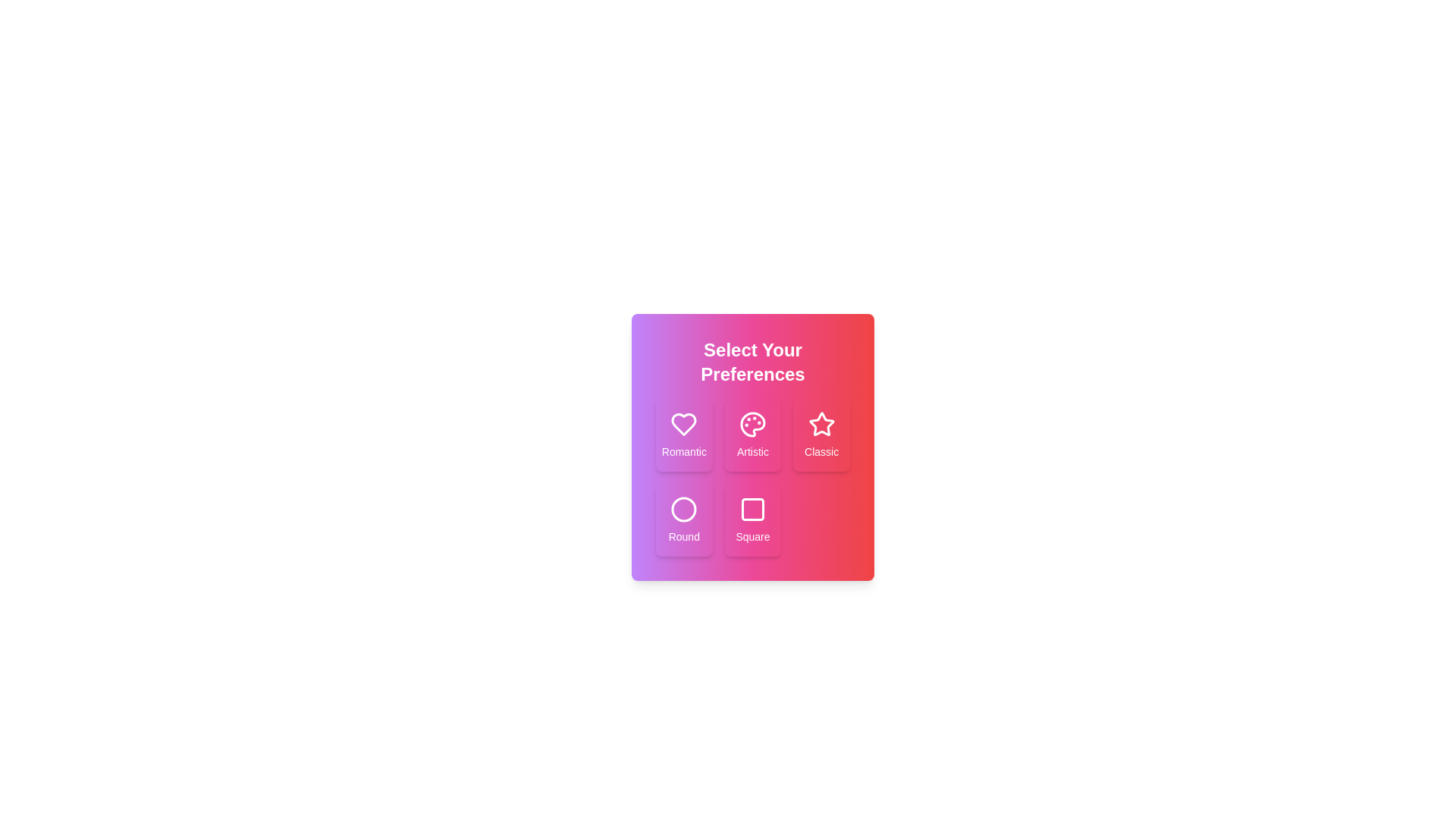 The height and width of the screenshot is (819, 1456). What do you see at coordinates (821, 435) in the screenshot?
I see `the preference option Classic` at bounding box center [821, 435].